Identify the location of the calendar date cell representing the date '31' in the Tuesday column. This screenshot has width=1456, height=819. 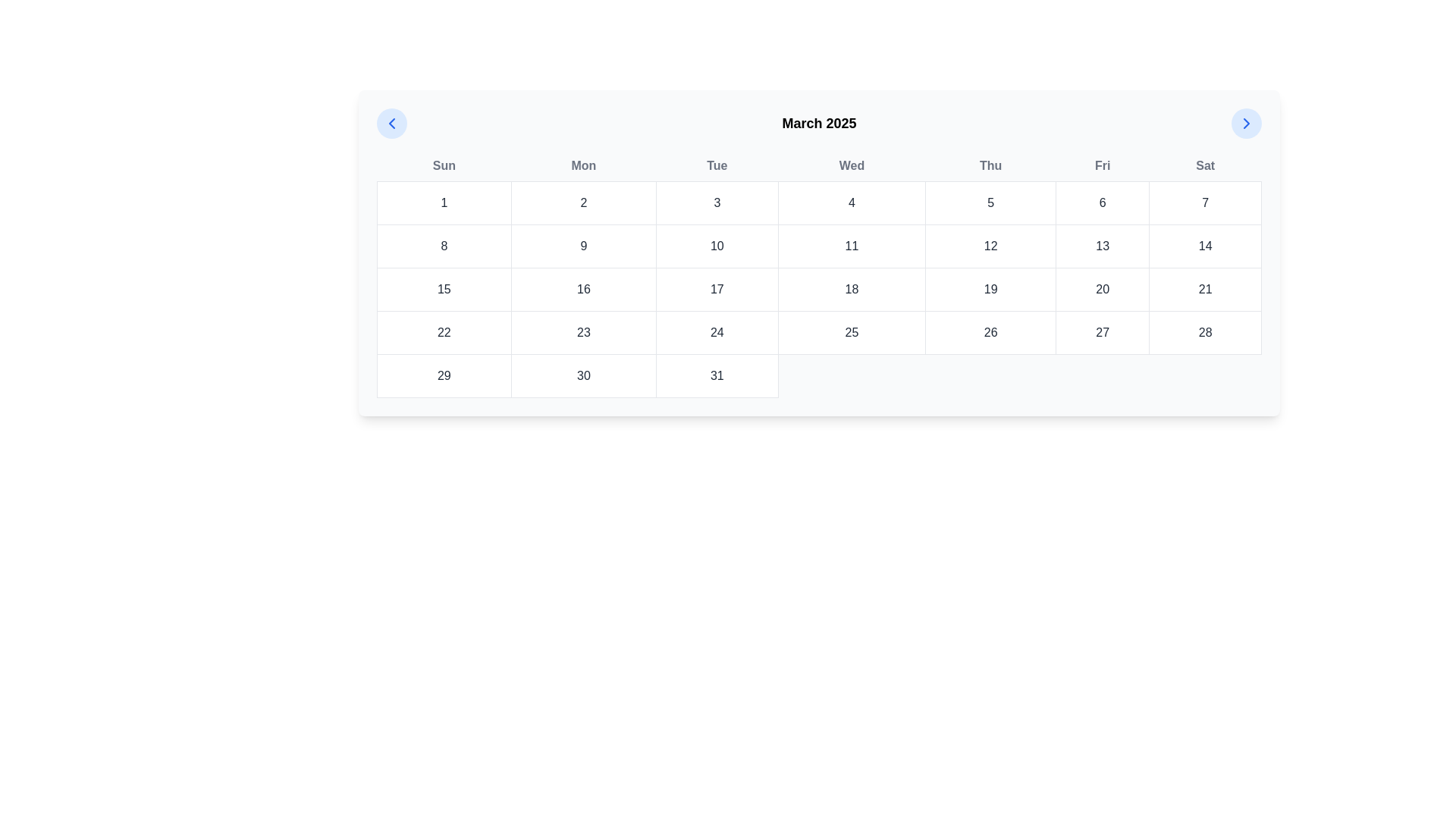
(716, 375).